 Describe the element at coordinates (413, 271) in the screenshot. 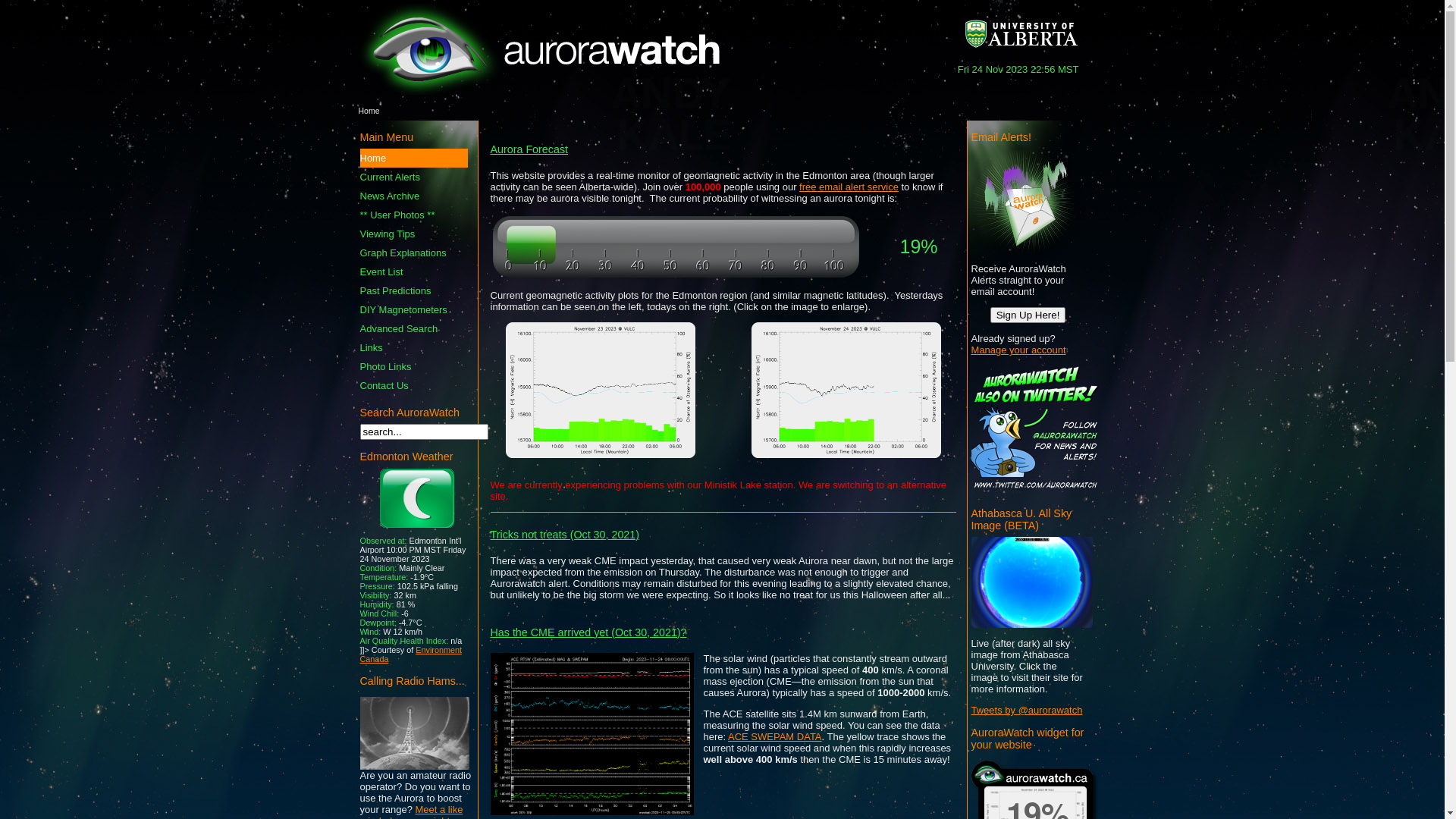

I see `'Event List'` at that location.